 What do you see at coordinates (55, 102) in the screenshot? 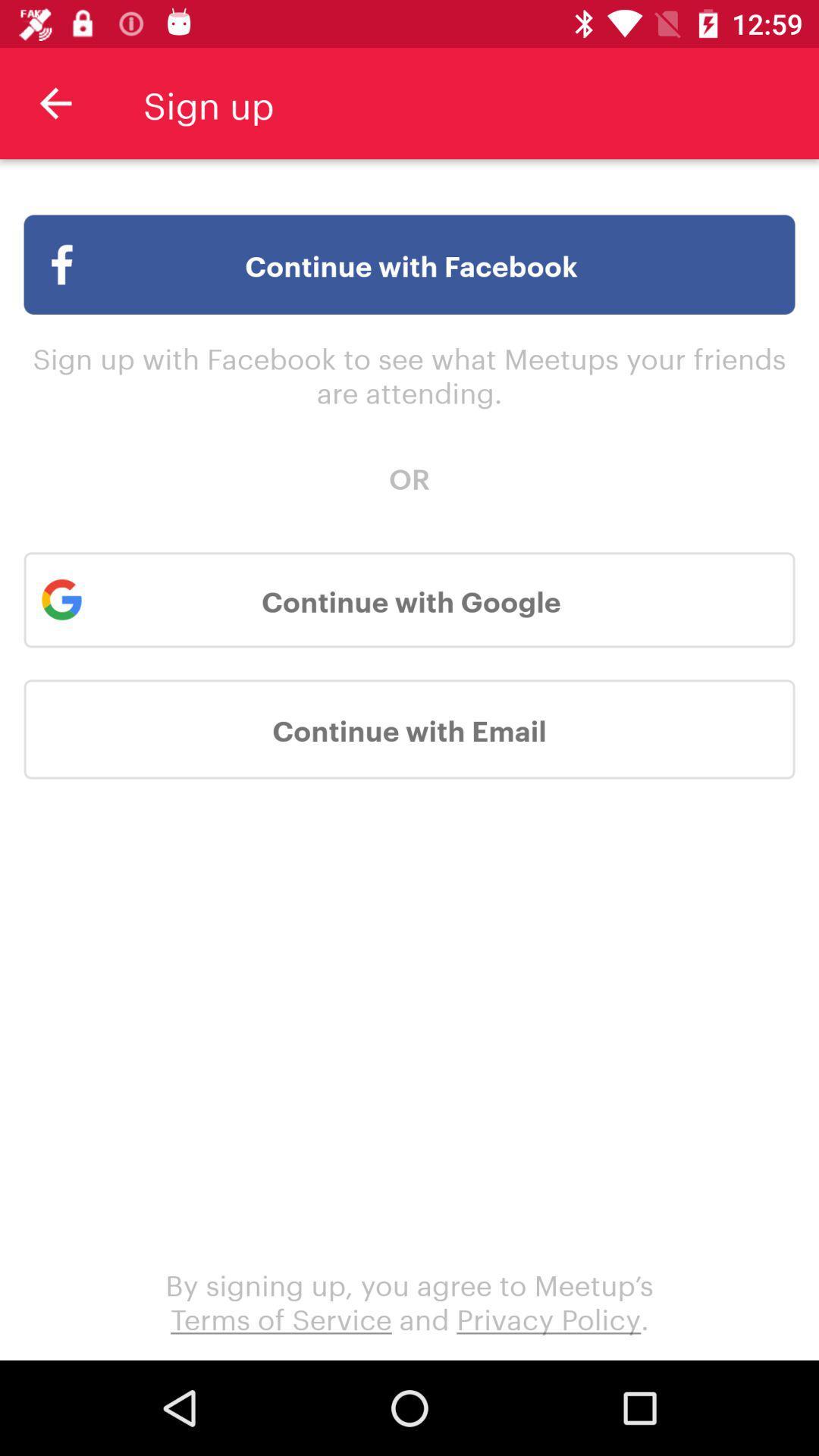
I see `item next to sign up item` at bounding box center [55, 102].